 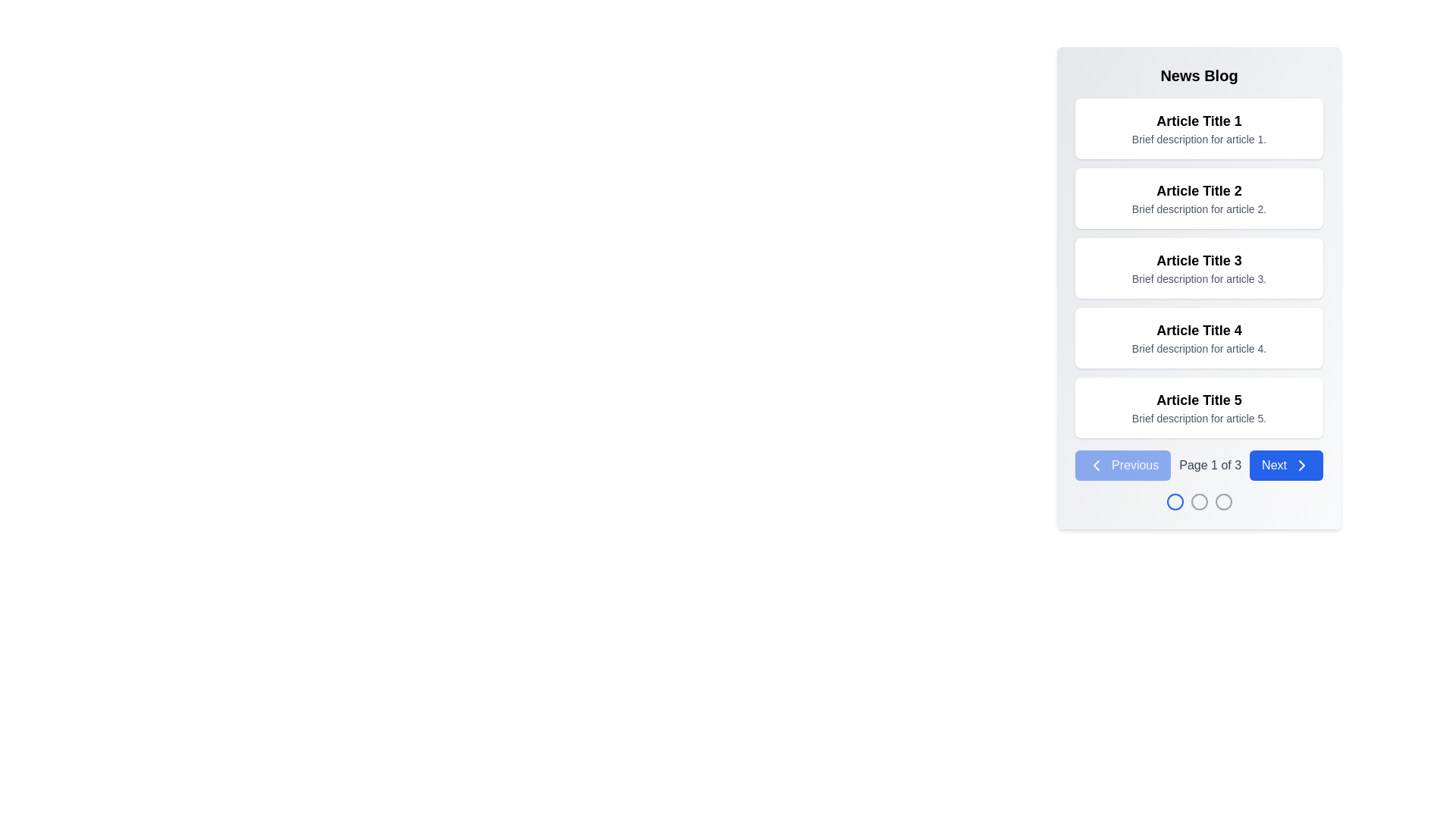 What do you see at coordinates (1174, 502) in the screenshot?
I see `the first selectable indicator in the bottom navigation section, which is part of the pagination system` at bounding box center [1174, 502].